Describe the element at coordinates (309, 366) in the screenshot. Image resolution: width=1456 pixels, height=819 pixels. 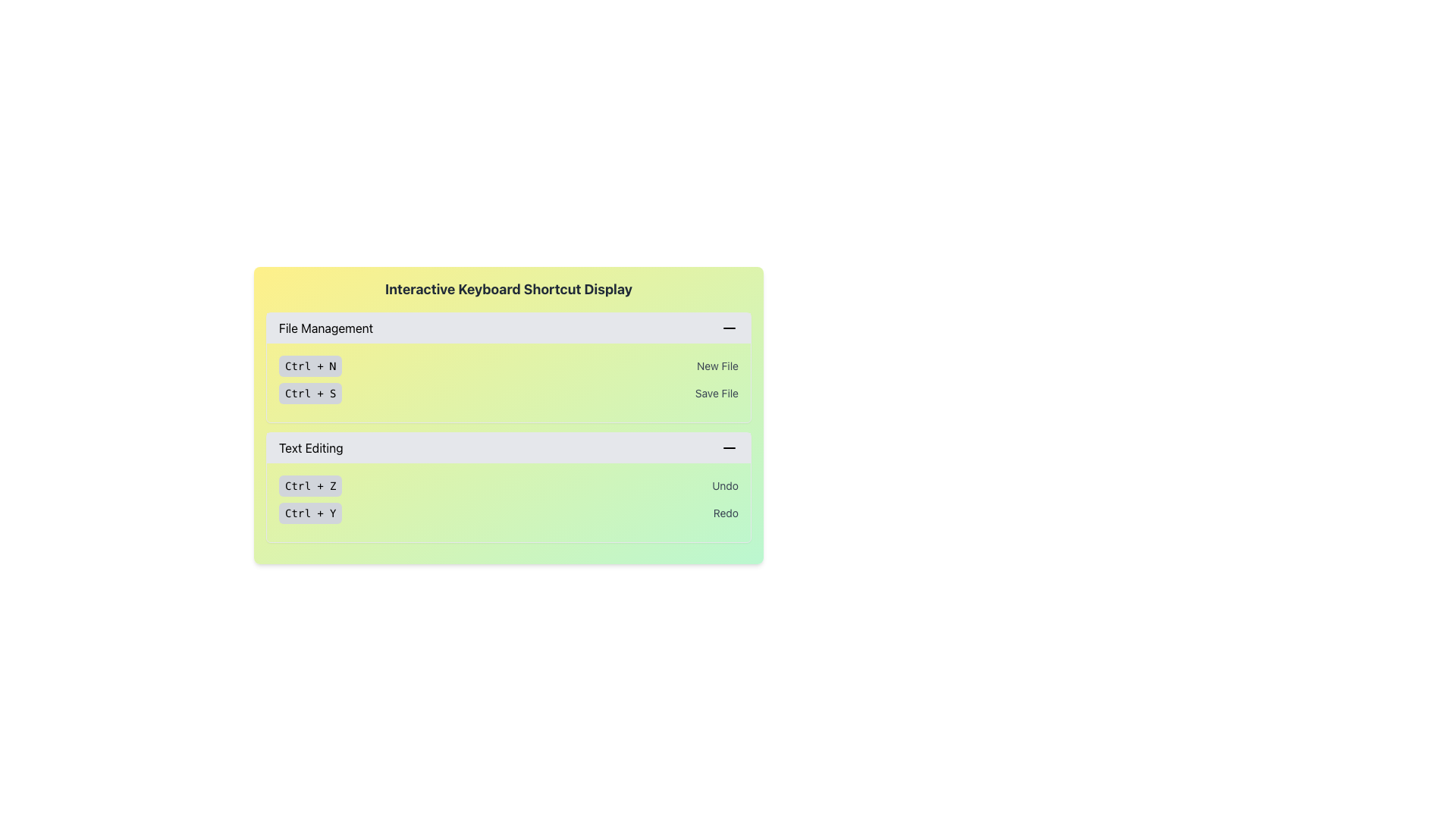
I see `the small button-like component displaying the text 'Ctrl + N' located in the 'File Management' section of the keyboard shortcut display interface` at that location.